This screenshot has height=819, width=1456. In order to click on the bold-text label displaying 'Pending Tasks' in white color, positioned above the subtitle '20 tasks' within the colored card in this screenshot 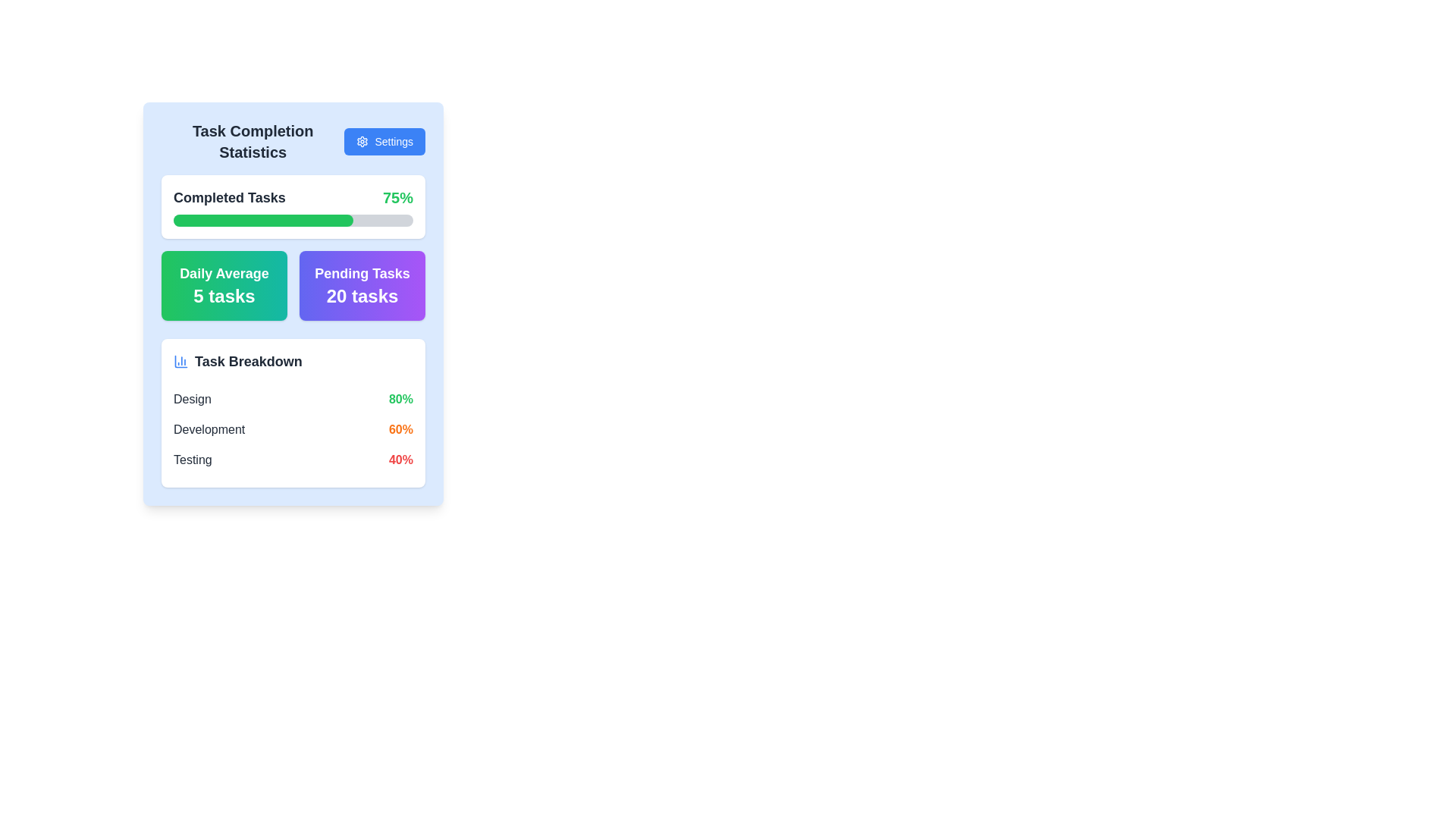, I will do `click(362, 274)`.